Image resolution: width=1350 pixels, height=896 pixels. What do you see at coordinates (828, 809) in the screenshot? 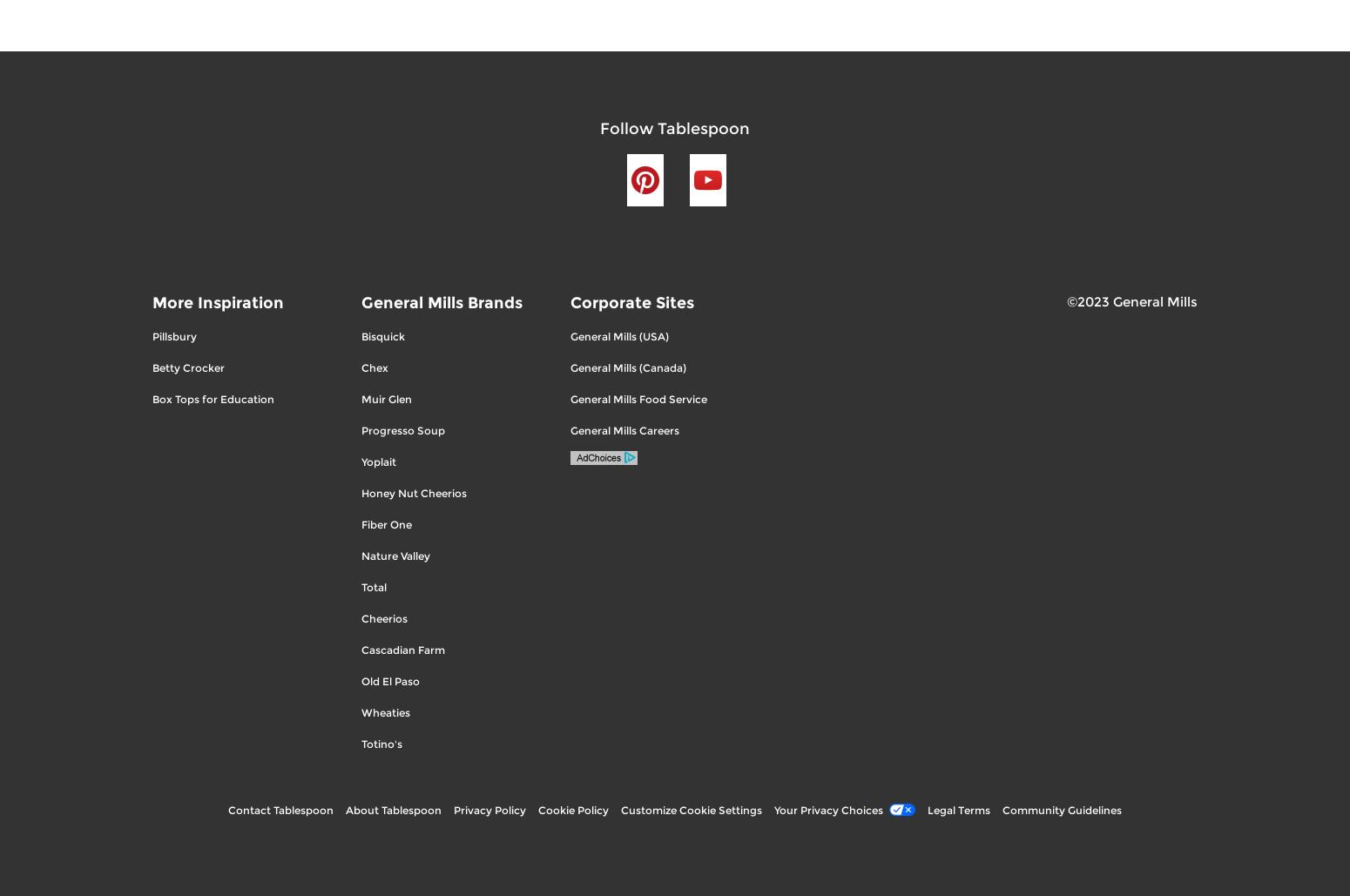
I see `'Your Privacy Choices'` at bounding box center [828, 809].